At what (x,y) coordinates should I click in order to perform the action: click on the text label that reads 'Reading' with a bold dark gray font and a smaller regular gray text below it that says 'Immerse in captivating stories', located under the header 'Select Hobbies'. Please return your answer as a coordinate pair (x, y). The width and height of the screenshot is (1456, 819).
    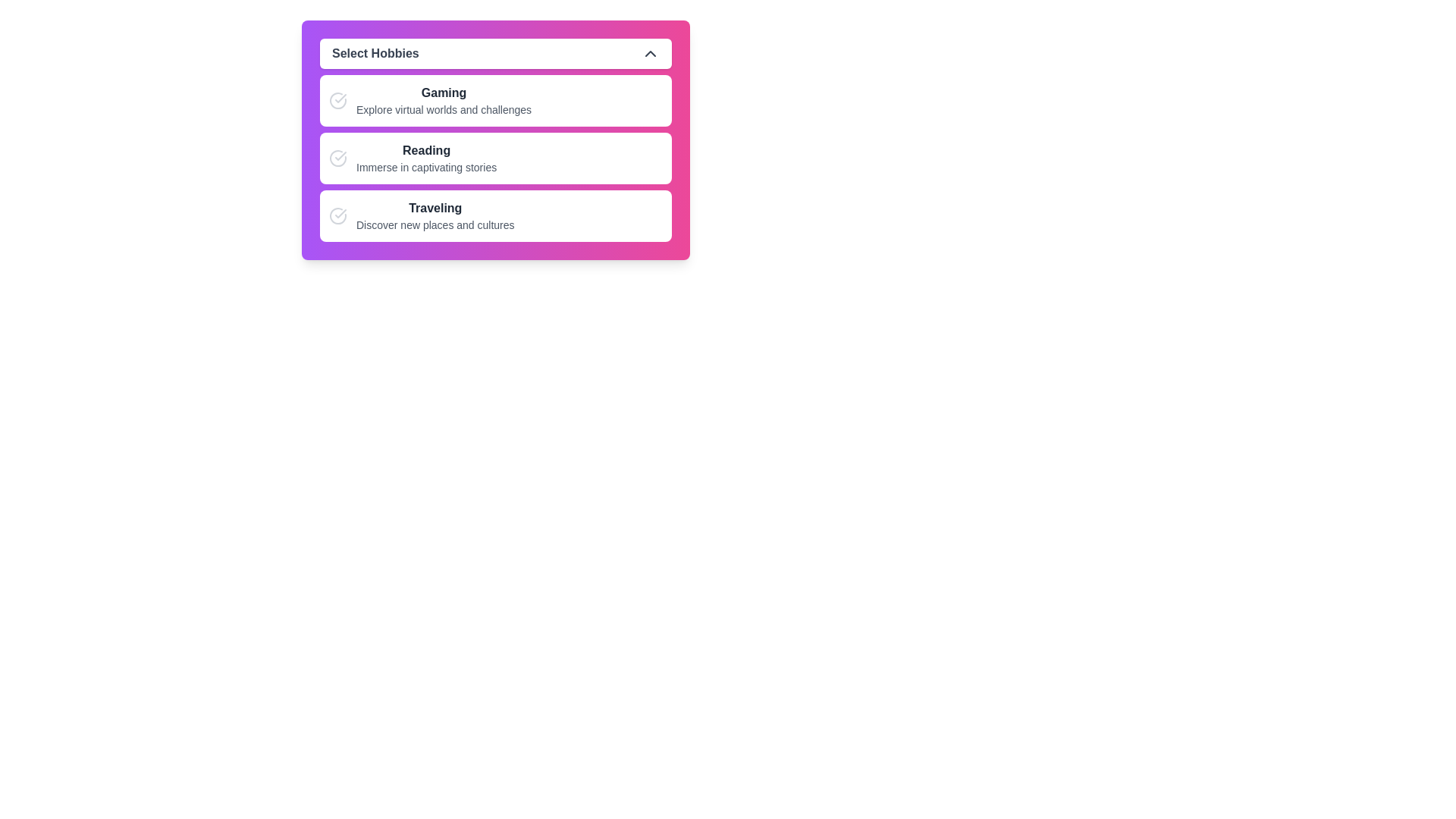
    Looking at the image, I should click on (425, 158).